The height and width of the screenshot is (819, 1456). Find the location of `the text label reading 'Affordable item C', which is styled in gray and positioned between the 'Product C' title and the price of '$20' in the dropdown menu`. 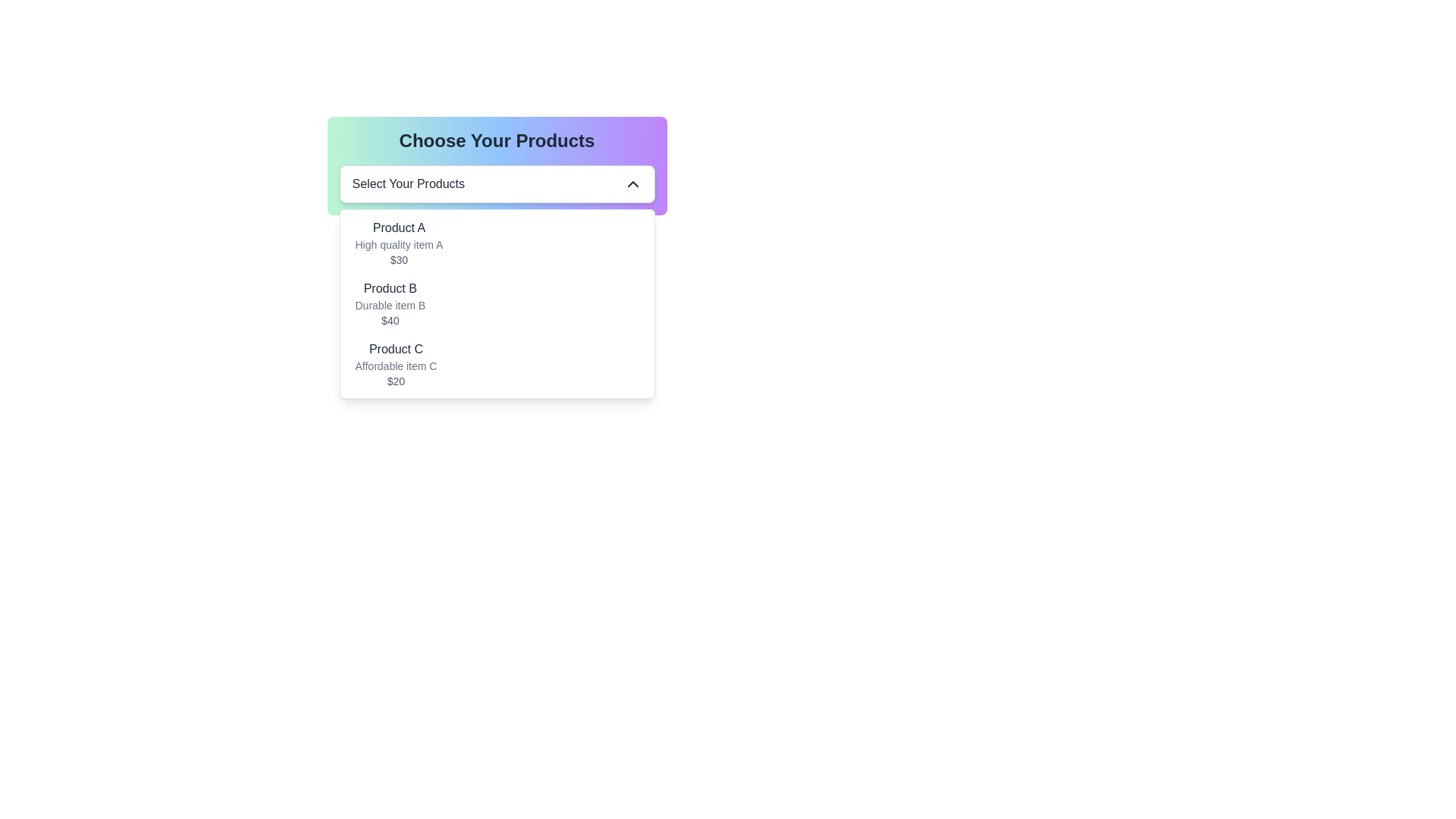

the text label reading 'Affordable item C', which is styled in gray and positioned between the 'Product C' title and the price of '$20' in the dropdown menu is located at coordinates (396, 366).